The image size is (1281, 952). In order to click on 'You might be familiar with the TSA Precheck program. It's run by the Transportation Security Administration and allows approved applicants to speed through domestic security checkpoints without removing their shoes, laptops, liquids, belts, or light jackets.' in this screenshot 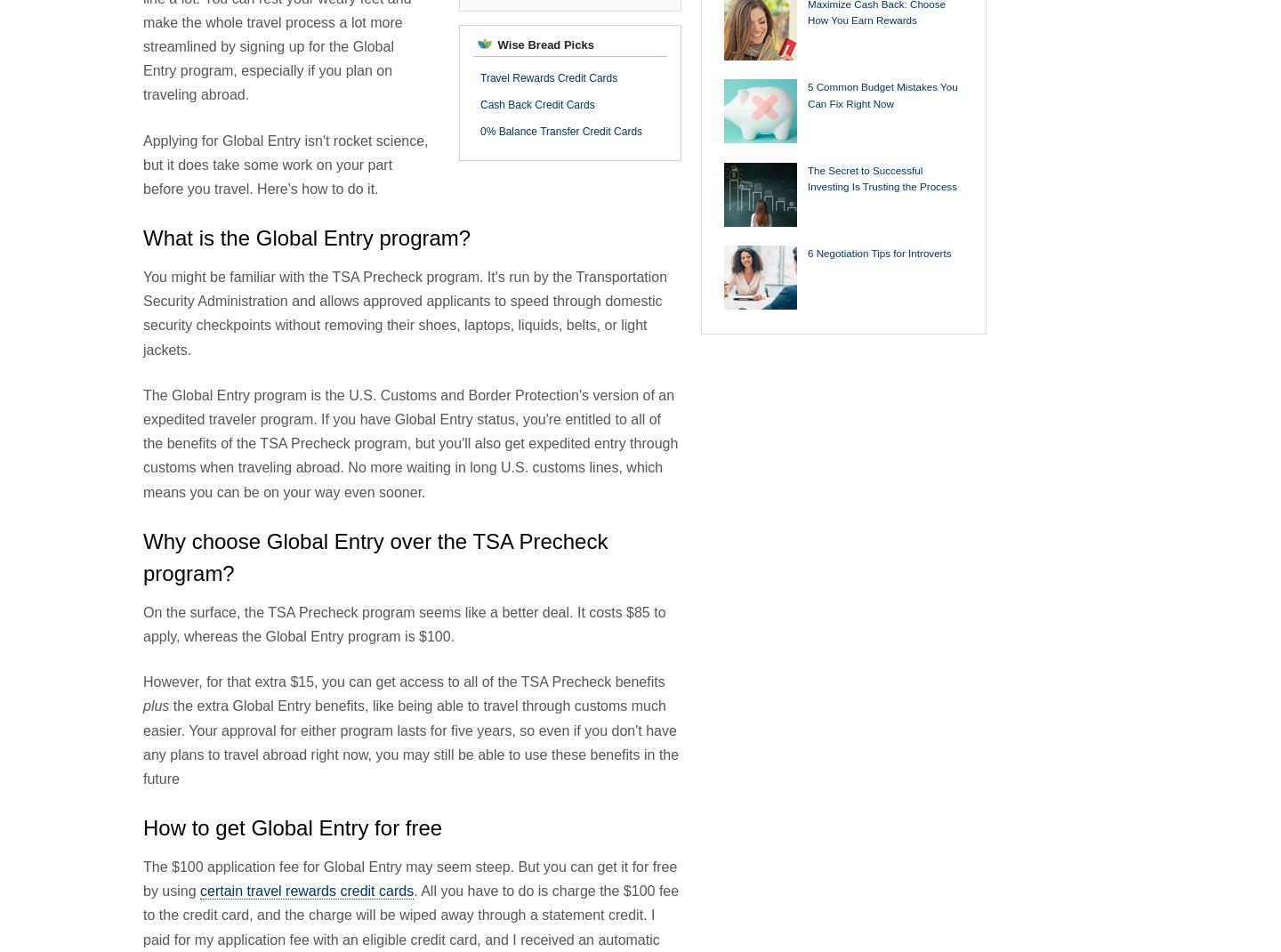, I will do `click(405, 313)`.